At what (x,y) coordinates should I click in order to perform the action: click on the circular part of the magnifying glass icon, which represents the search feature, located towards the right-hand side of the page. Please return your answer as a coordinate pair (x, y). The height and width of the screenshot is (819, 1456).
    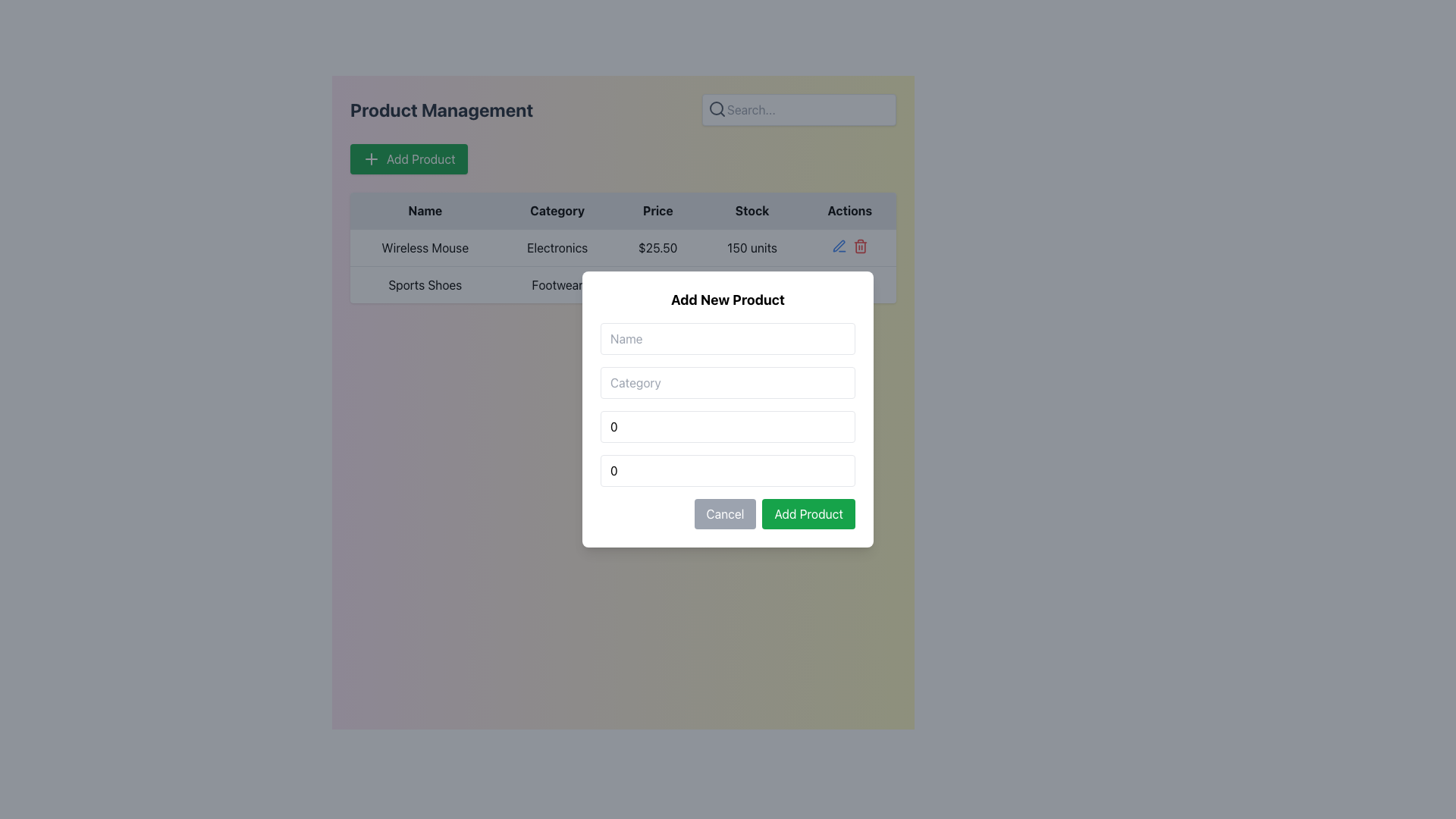
    Looking at the image, I should click on (716, 107).